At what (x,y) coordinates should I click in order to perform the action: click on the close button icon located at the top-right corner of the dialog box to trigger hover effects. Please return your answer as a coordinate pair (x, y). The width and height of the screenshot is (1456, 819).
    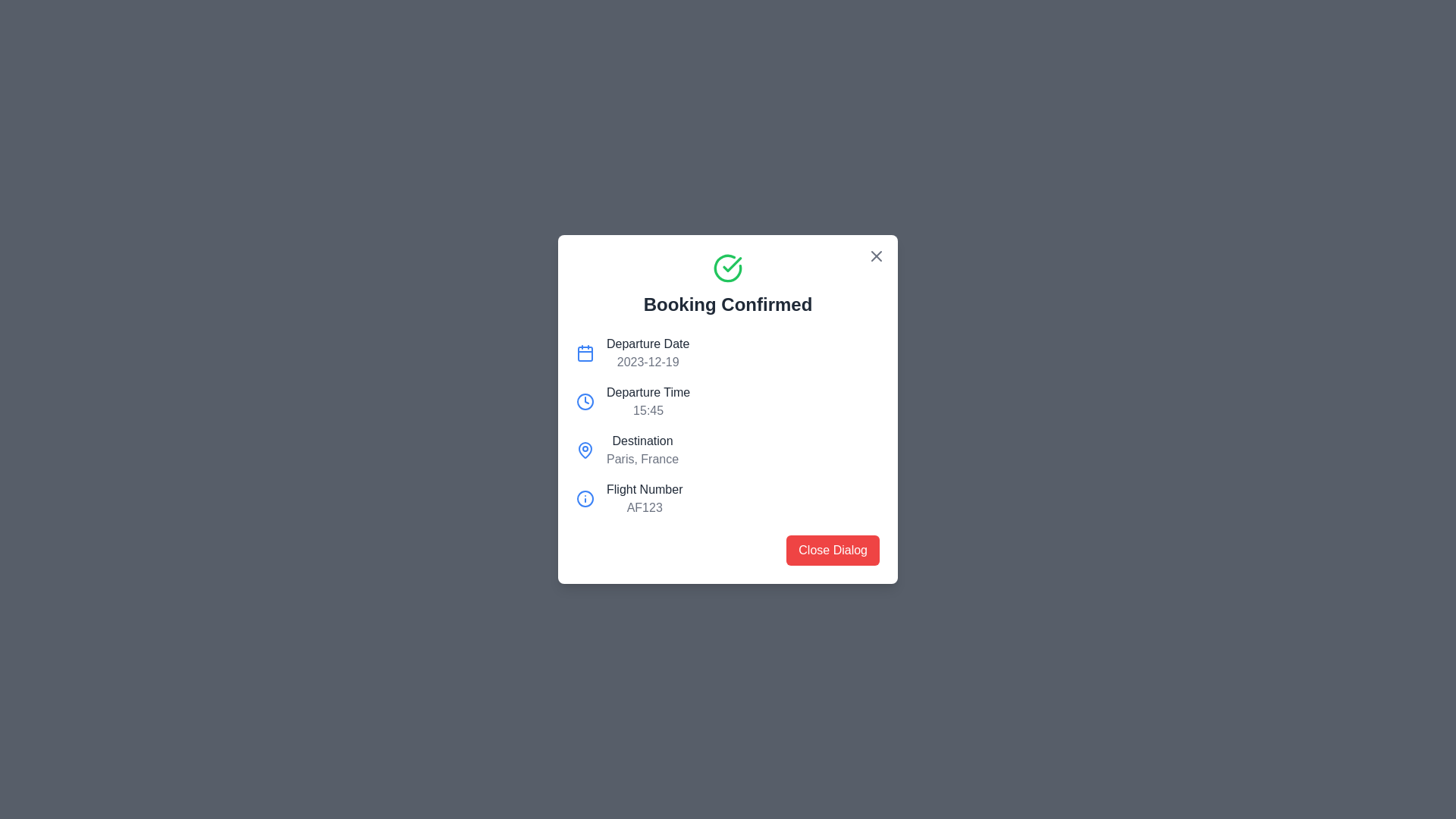
    Looking at the image, I should click on (877, 256).